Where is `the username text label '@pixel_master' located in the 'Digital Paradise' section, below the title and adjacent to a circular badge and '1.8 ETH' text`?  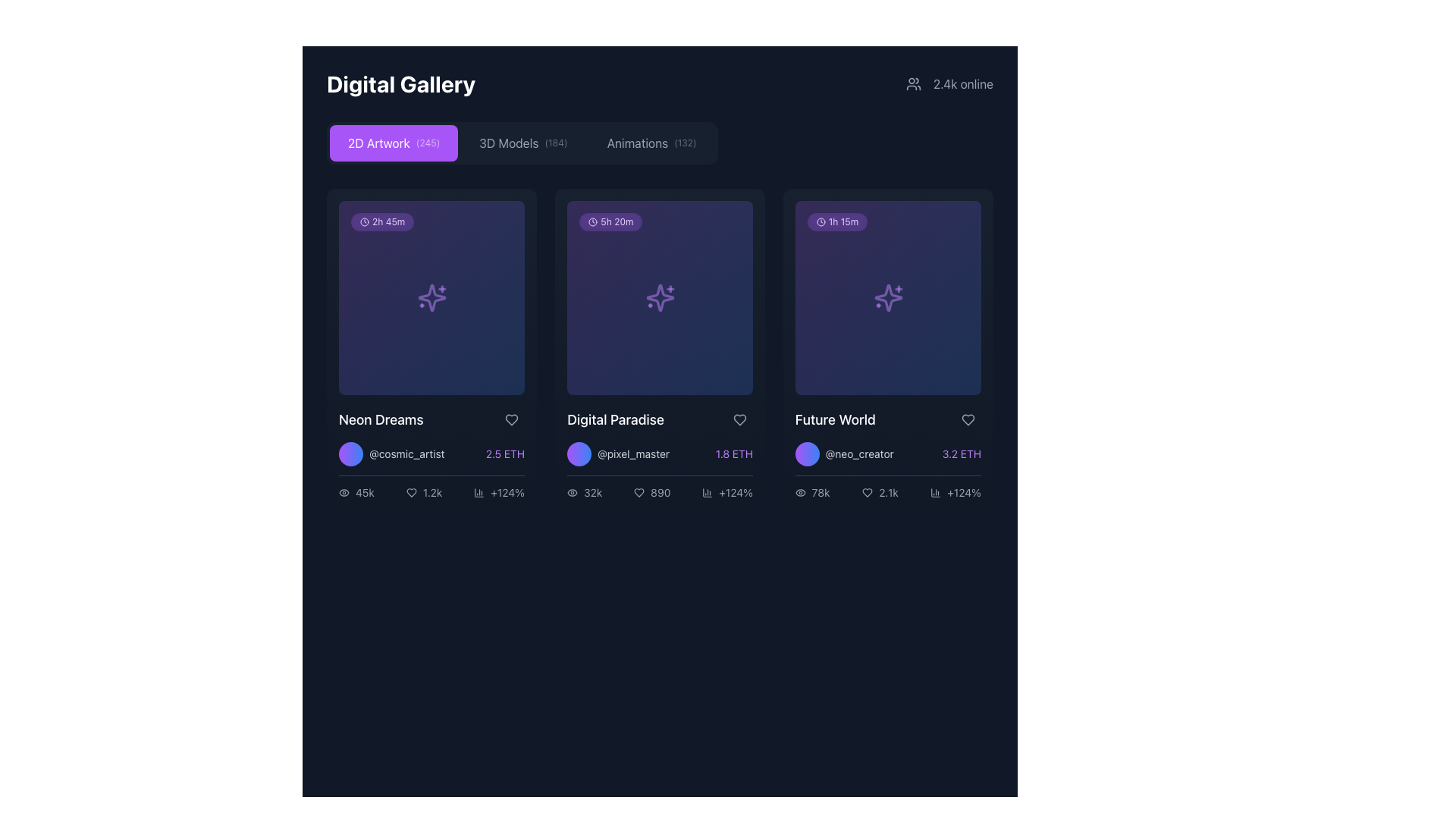 the username text label '@pixel_master' located in the 'Digital Paradise' section, below the title and adjacent to a circular badge and '1.8 ETH' text is located at coordinates (660, 453).